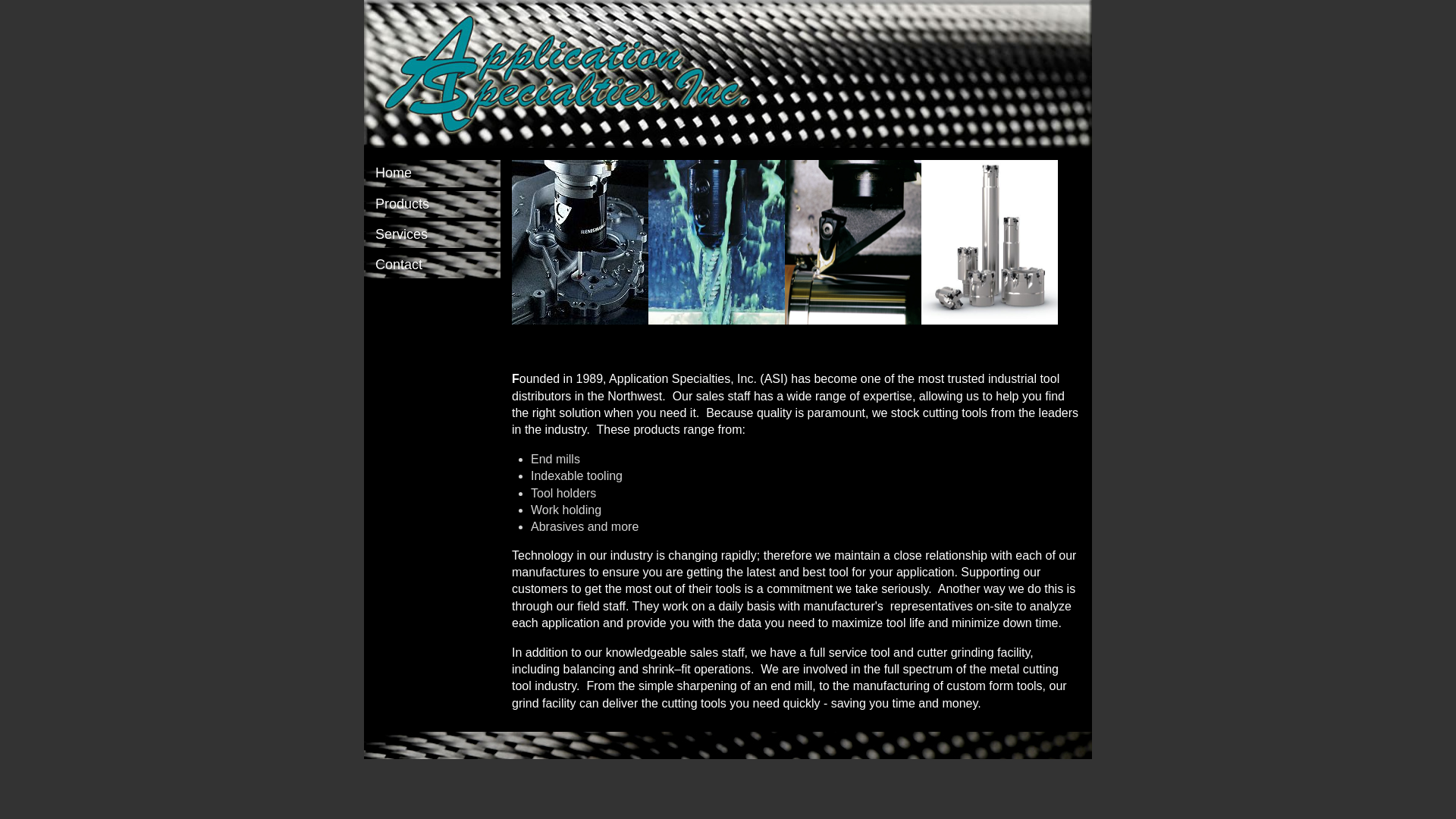 Image resolution: width=1456 pixels, height=819 pixels. What do you see at coordinates (431, 172) in the screenshot?
I see `'Home'` at bounding box center [431, 172].